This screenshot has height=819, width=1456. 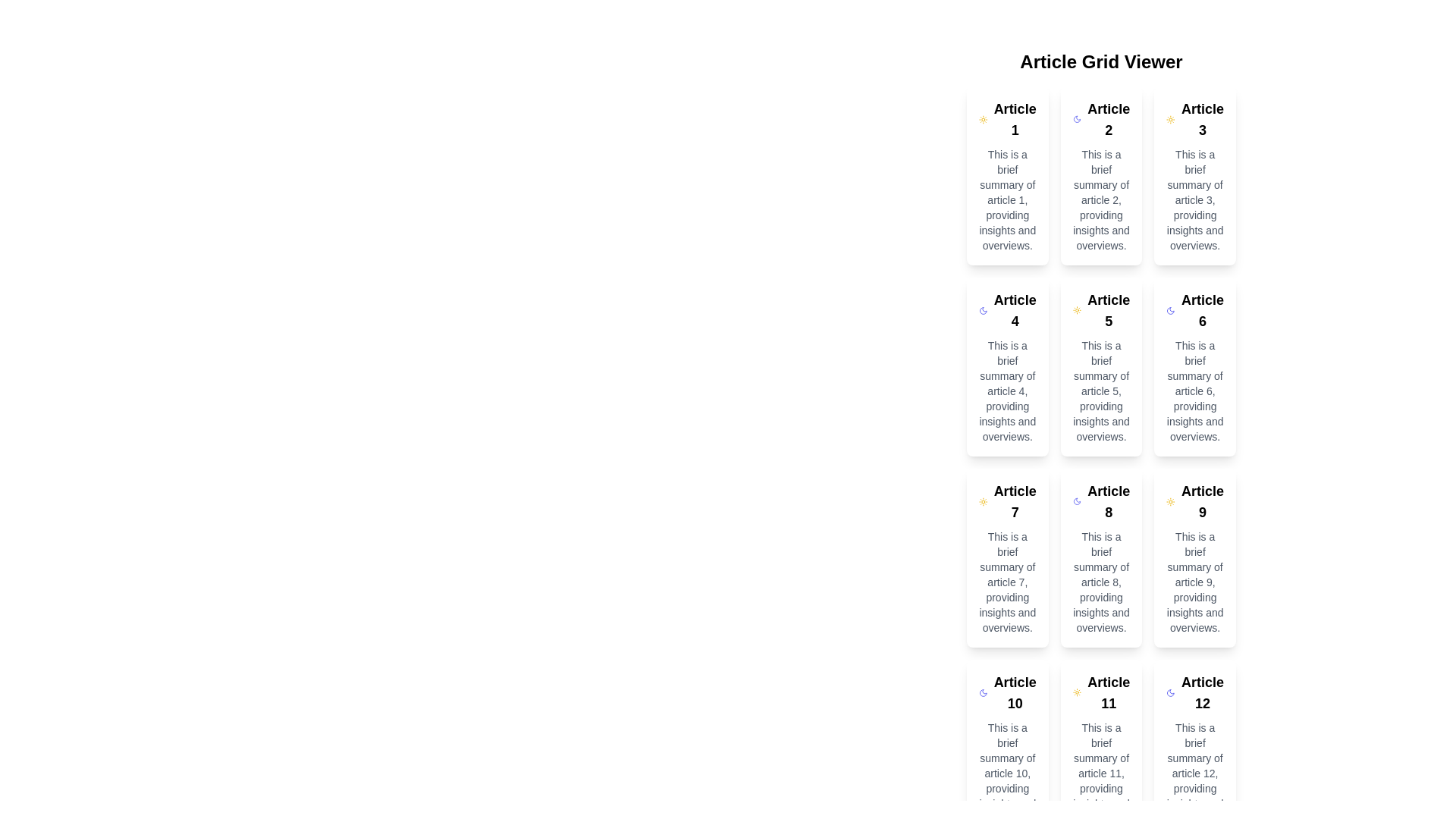 I want to click on the title text of the first article in the grid, so click(x=1007, y=119).